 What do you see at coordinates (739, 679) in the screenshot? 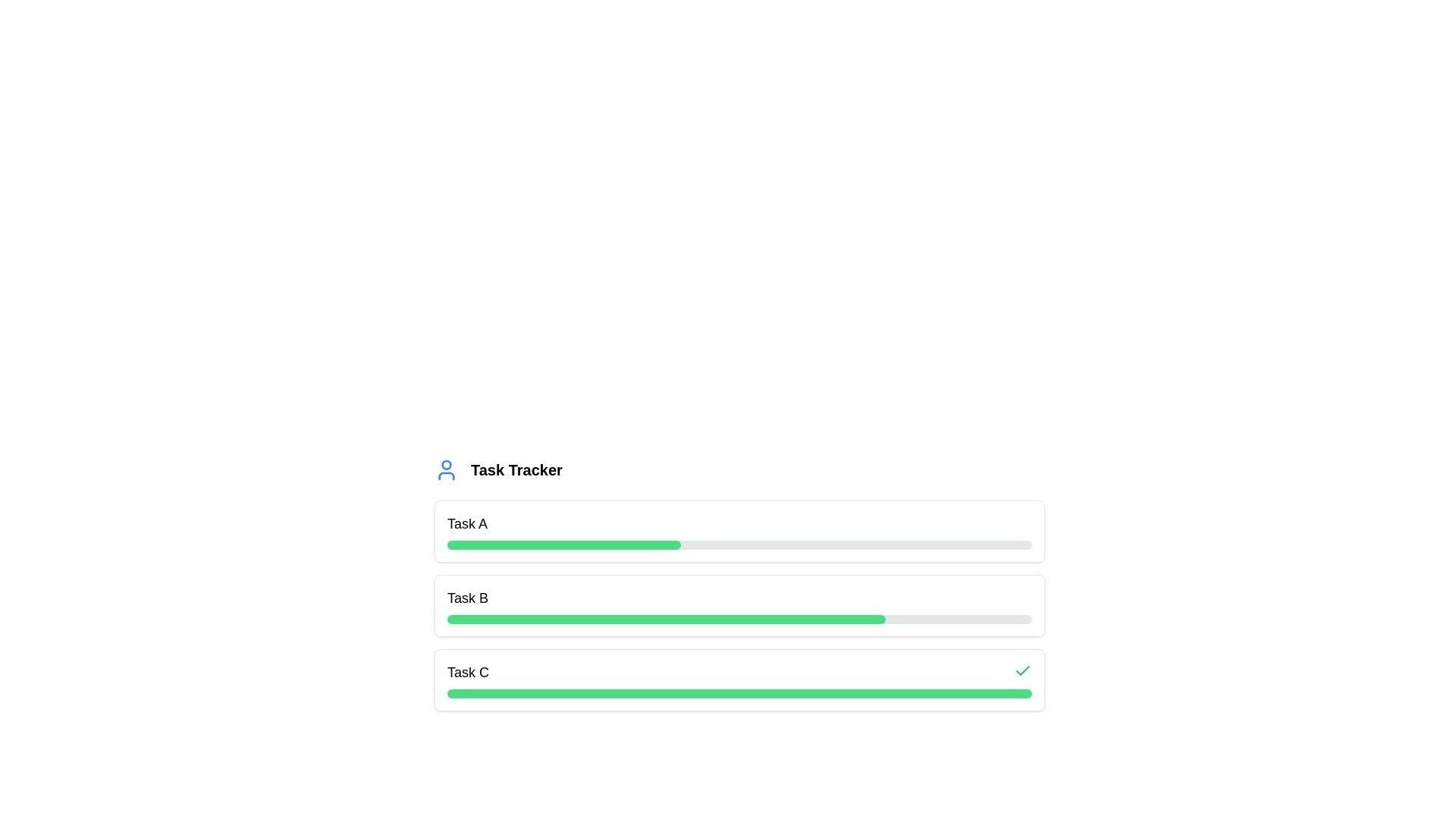
I see `the progress bar of the task card displaying 'Task C', which is the third card in a vertical stack of three cards` at bounding box center [739, 679].